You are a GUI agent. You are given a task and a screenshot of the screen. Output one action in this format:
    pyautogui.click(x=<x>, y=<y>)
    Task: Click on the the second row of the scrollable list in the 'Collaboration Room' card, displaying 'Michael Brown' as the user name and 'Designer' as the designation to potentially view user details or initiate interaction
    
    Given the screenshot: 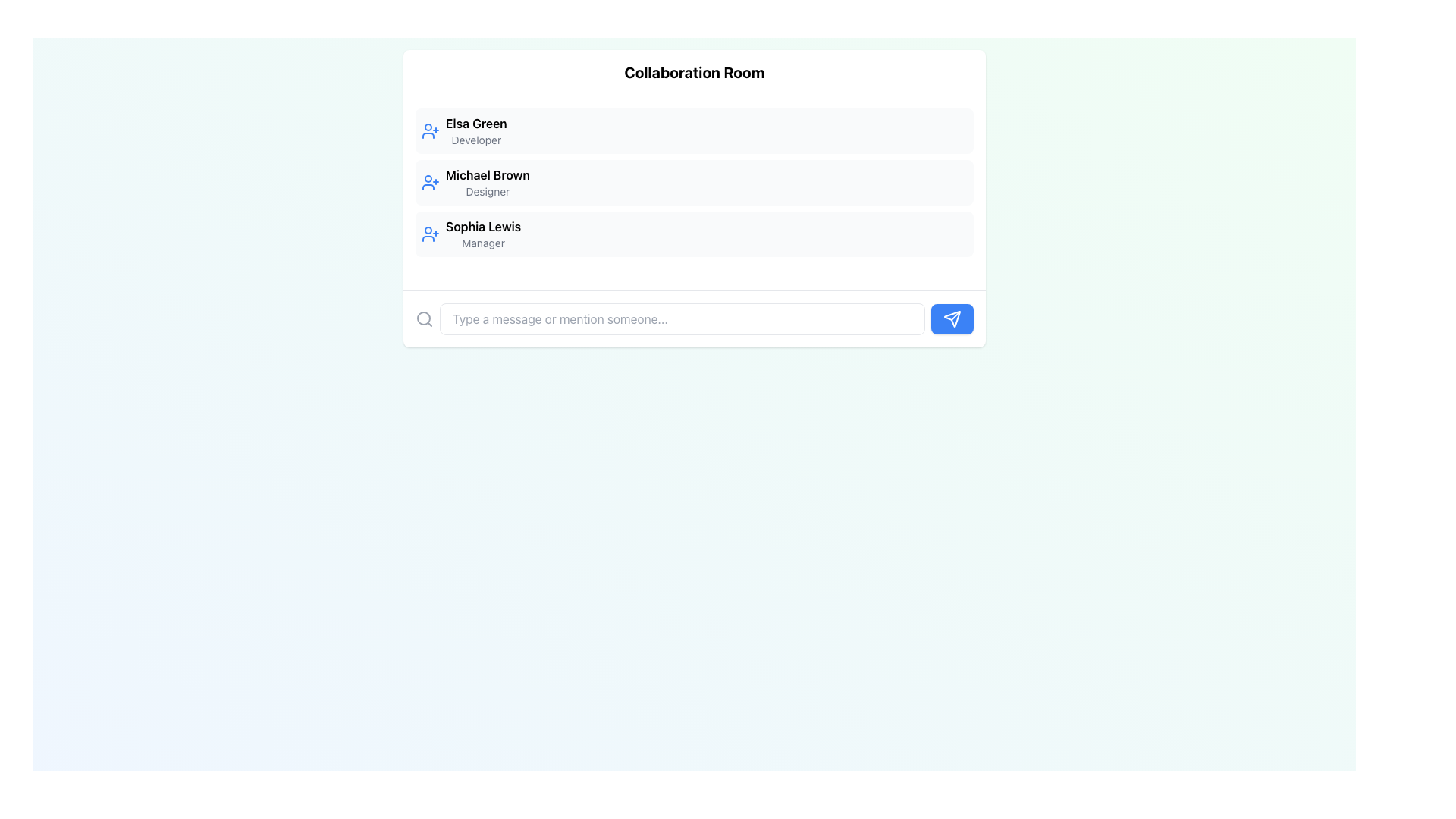 What is the action you would take?
    pyautogui.click(x=694, y=192)
    